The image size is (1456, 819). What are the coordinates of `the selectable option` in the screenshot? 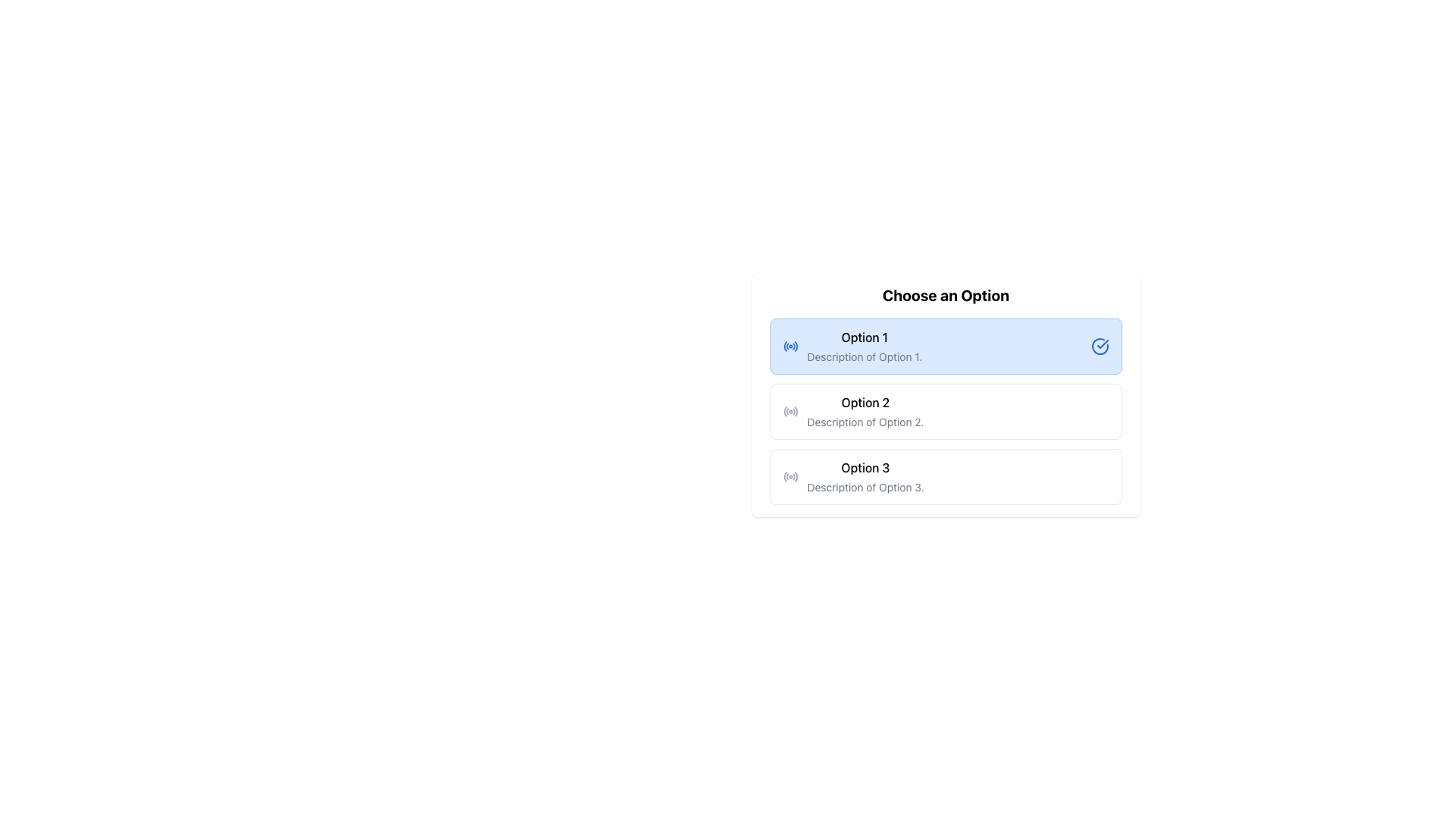 It's located at (945, 475).